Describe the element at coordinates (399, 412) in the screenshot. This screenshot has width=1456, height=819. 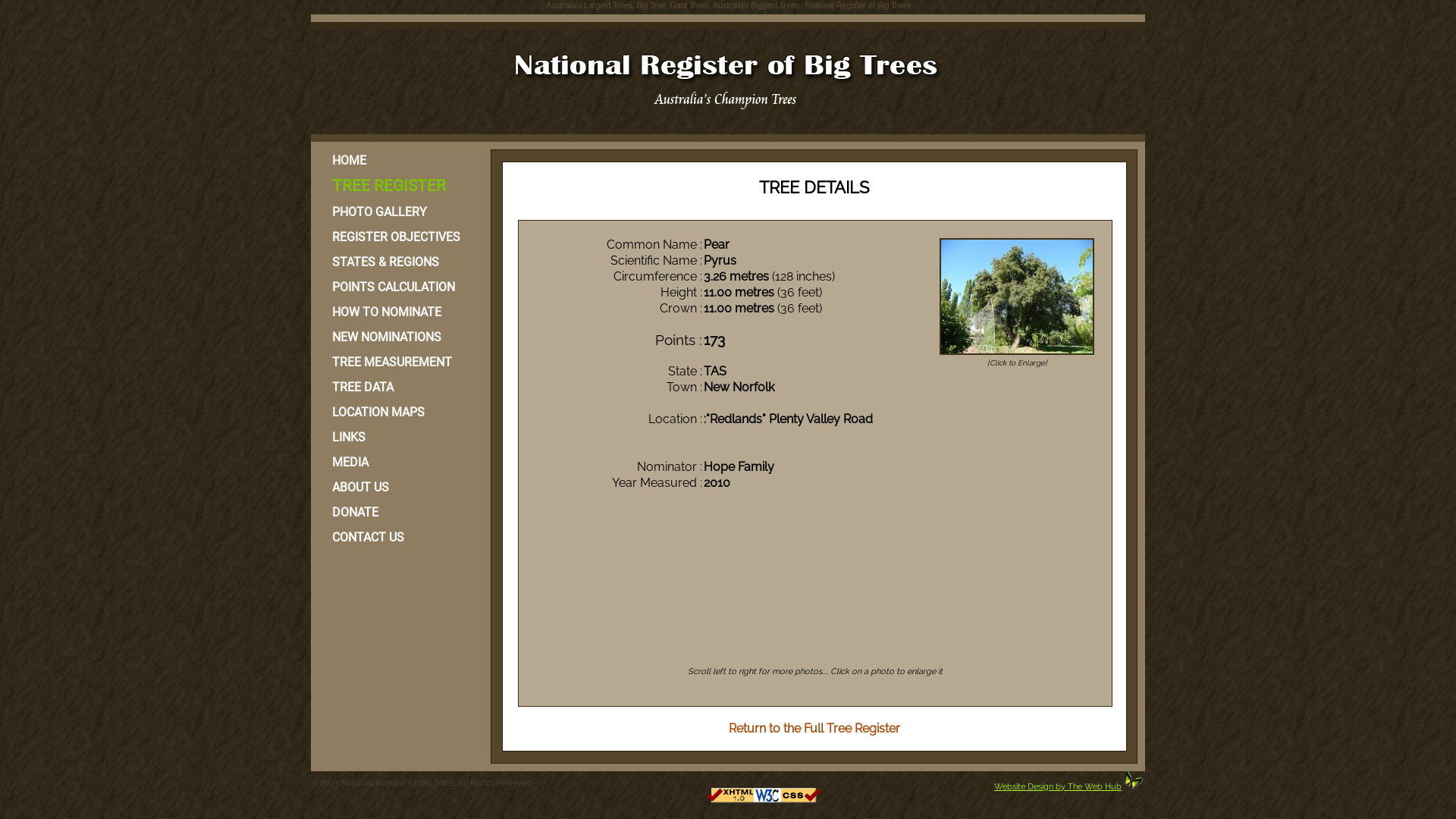
I see `'LOCATION MAPS'` at that location.